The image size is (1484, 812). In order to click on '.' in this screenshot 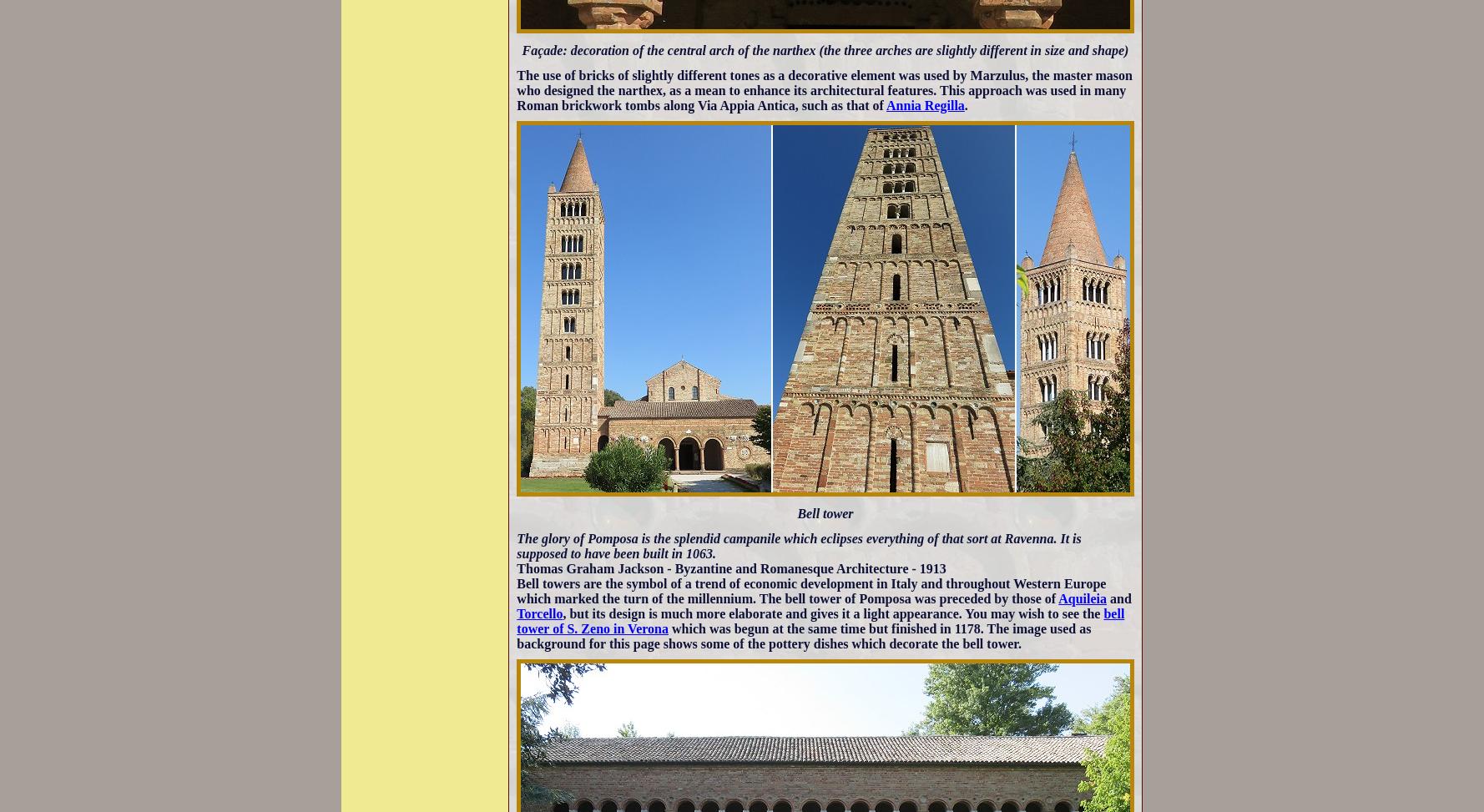, I will do `click(965, 103)`.